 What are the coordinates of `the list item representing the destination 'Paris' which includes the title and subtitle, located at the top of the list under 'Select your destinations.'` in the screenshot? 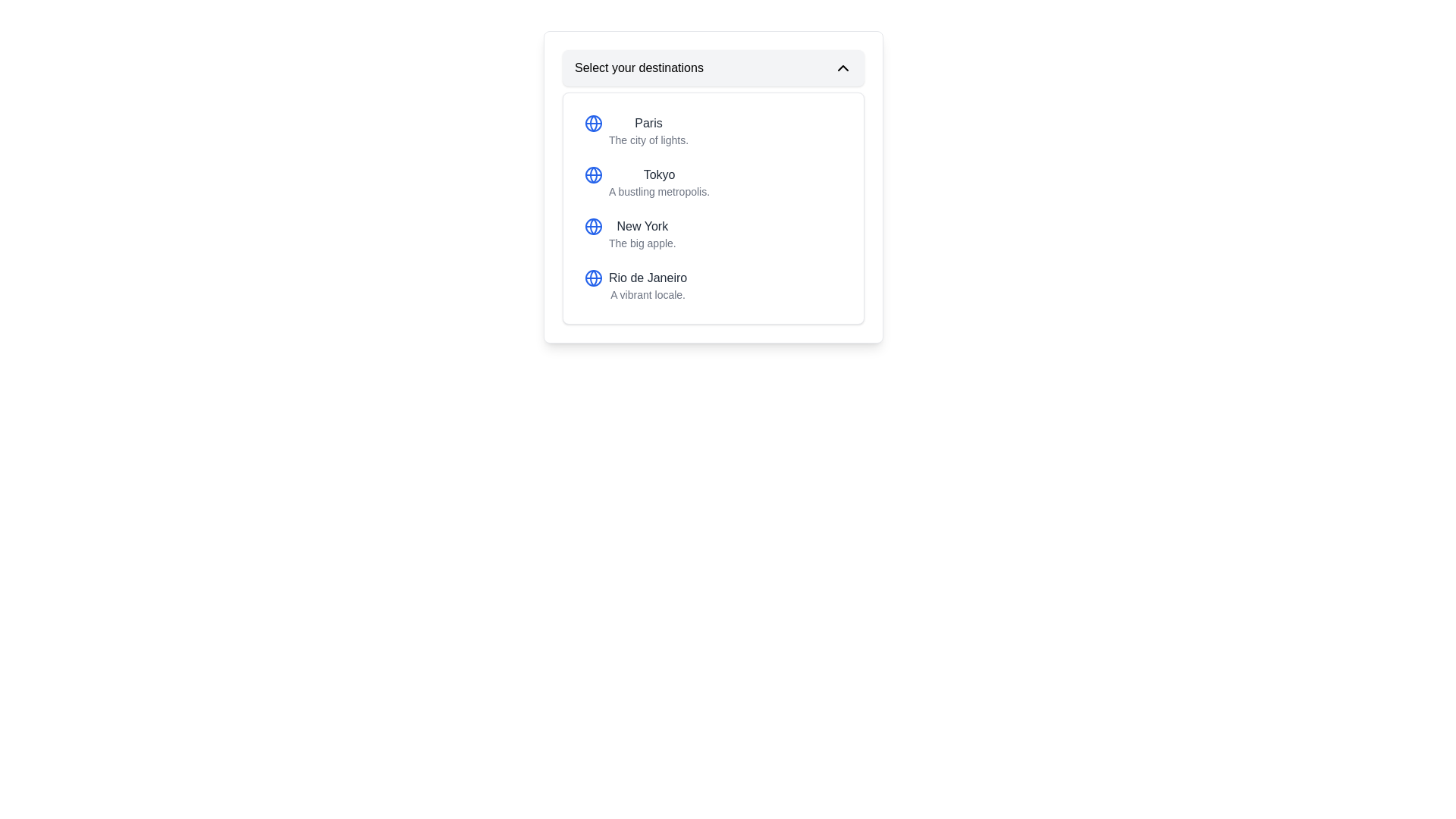 It's located at (636, 130).